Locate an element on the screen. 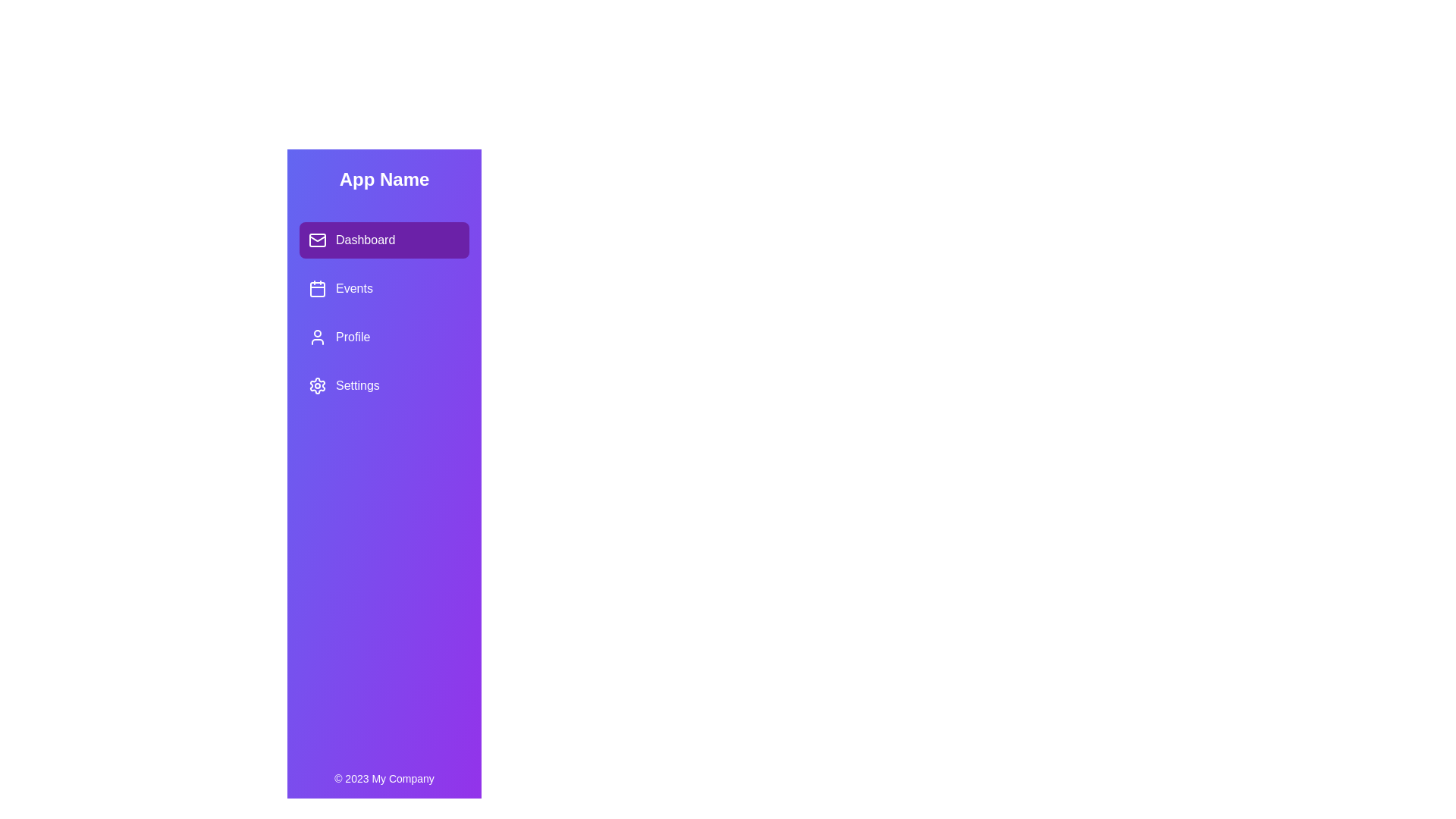 Image resolution: width=1456 pixels, height=819 pixels. the navigation item Settings to highlight it is located at coordinates (384, 385).